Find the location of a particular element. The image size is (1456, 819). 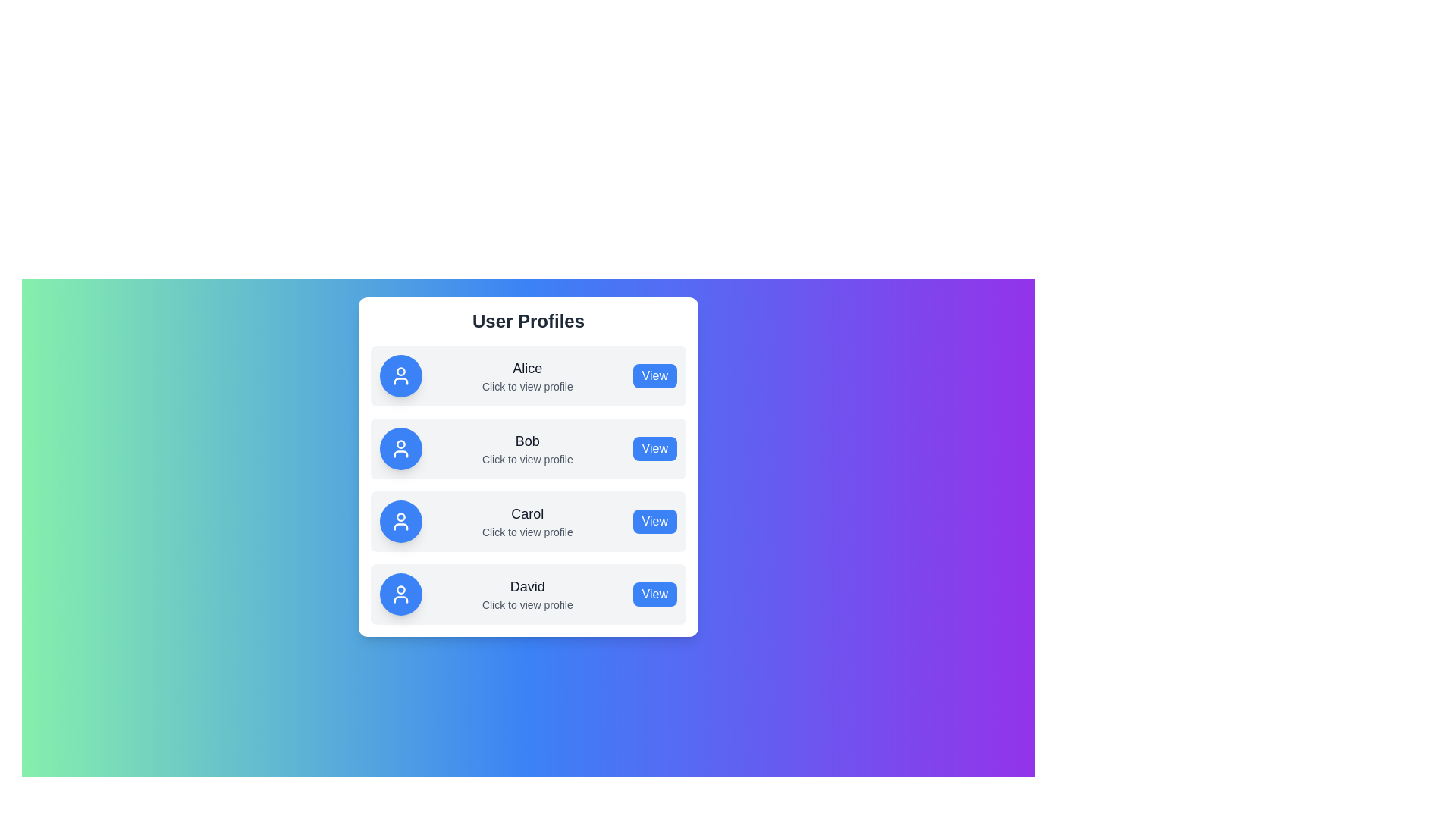

the bold name 'David' in the last profile entry of the user profile list, which is displayed in a large dark gray font and is positioned above the smaller text 'Click is located at coordinates (527, 586).